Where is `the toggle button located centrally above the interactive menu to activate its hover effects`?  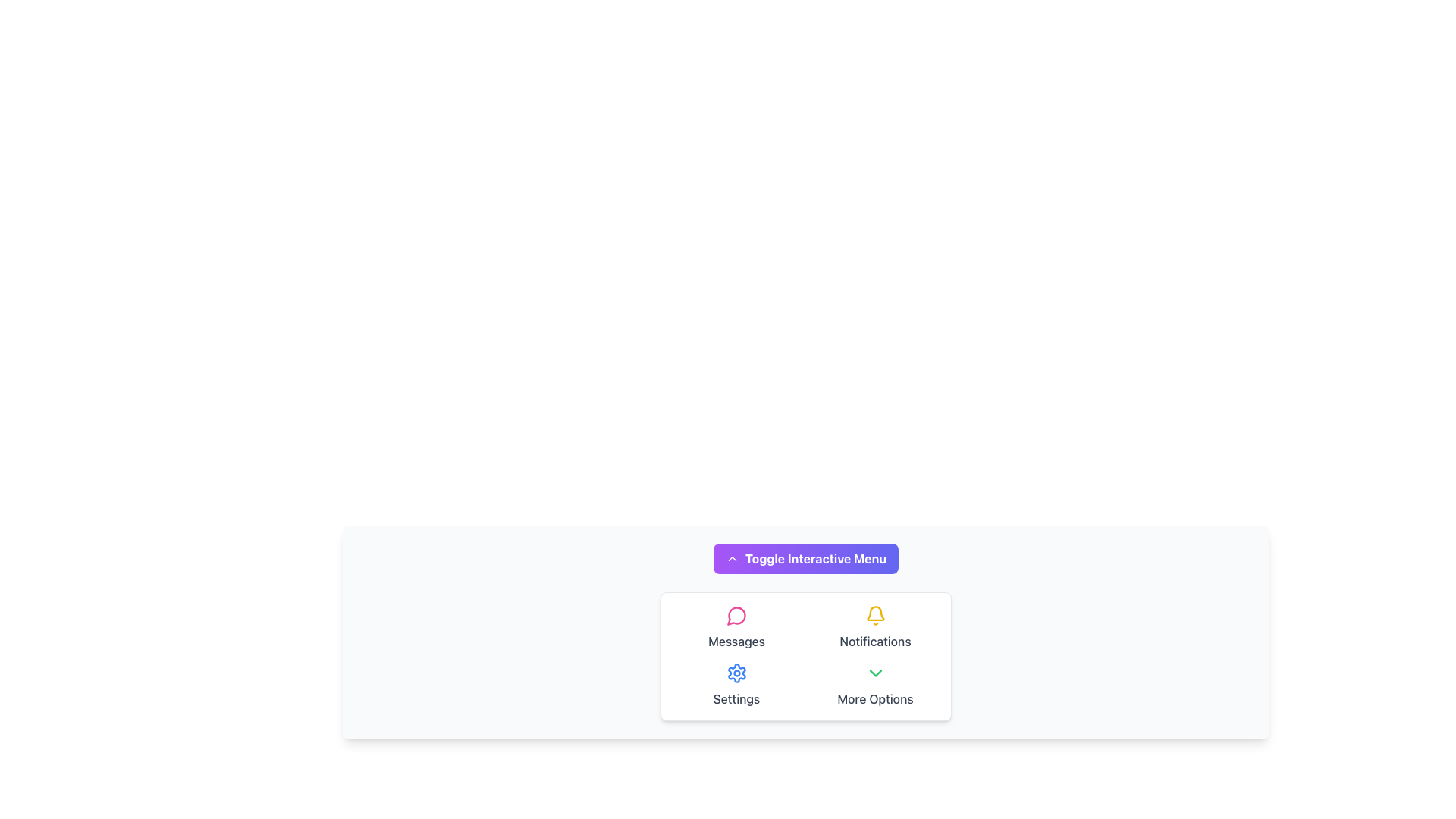 the toggle button located centrally above the interactive menu to activate its hover effects is located at coordinates (805, 558).